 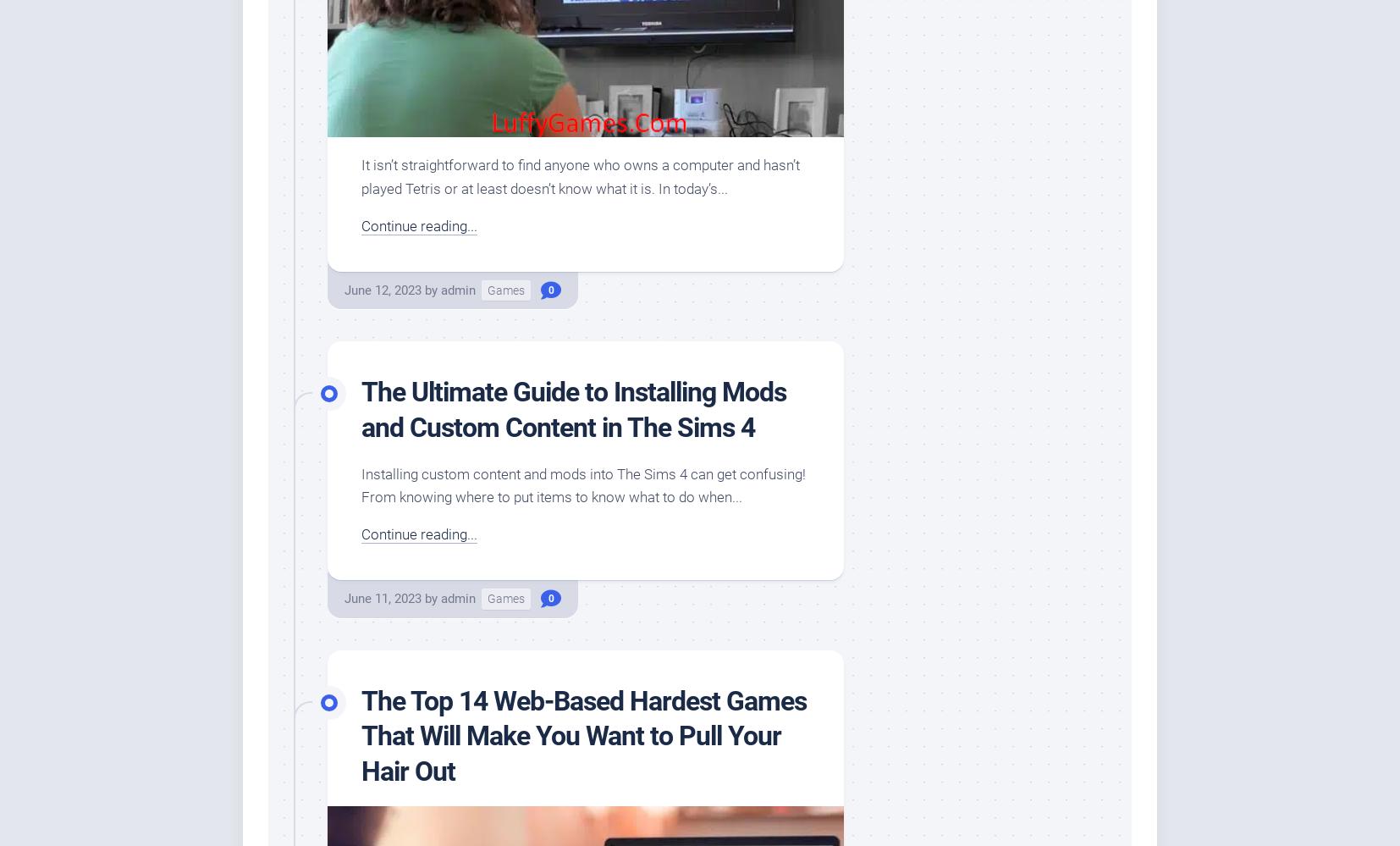 I want to click on 'June 11, 2023', so click(x=383, y=598).